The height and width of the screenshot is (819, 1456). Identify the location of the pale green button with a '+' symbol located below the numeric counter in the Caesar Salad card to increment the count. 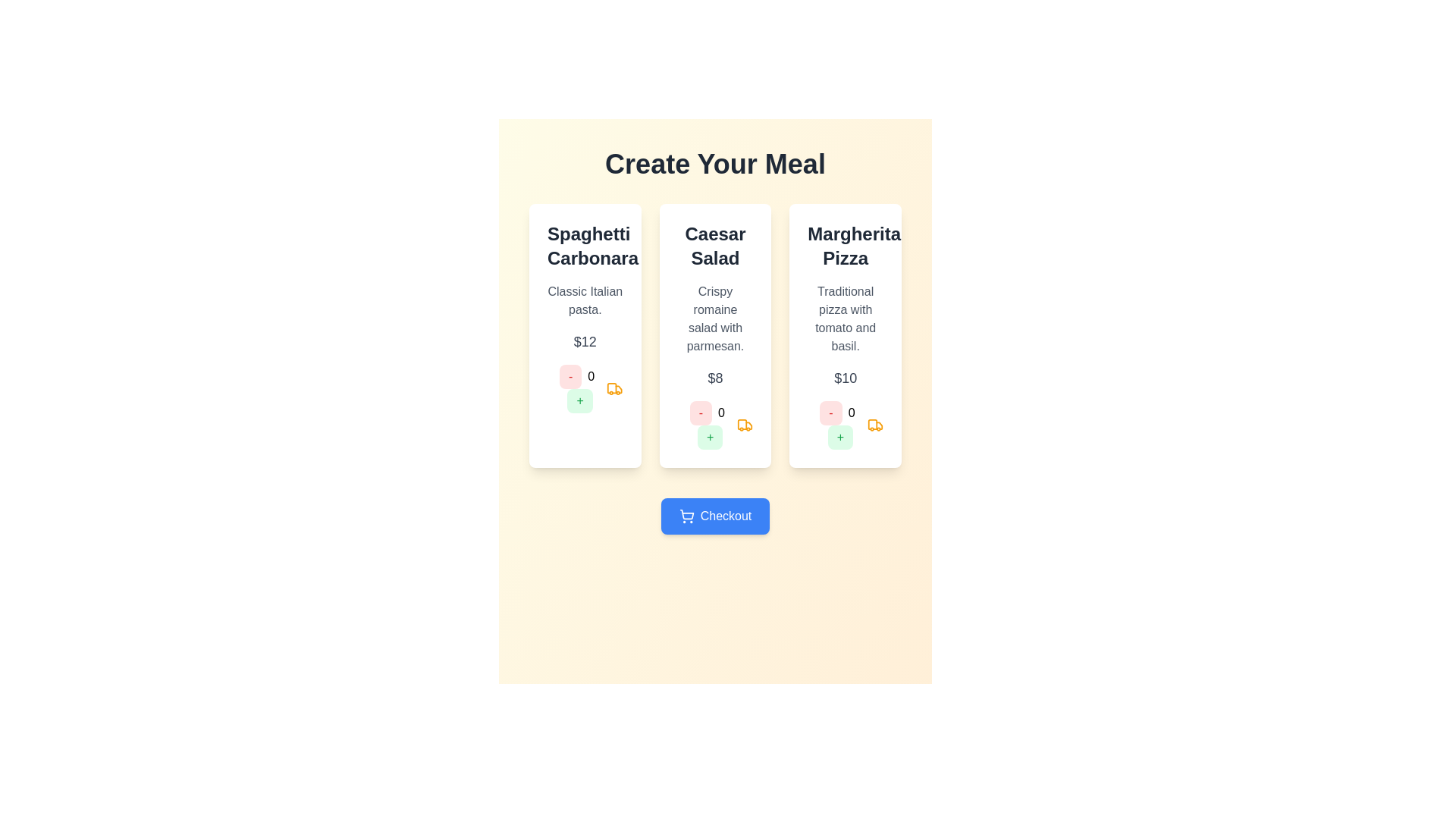
(709, 438).